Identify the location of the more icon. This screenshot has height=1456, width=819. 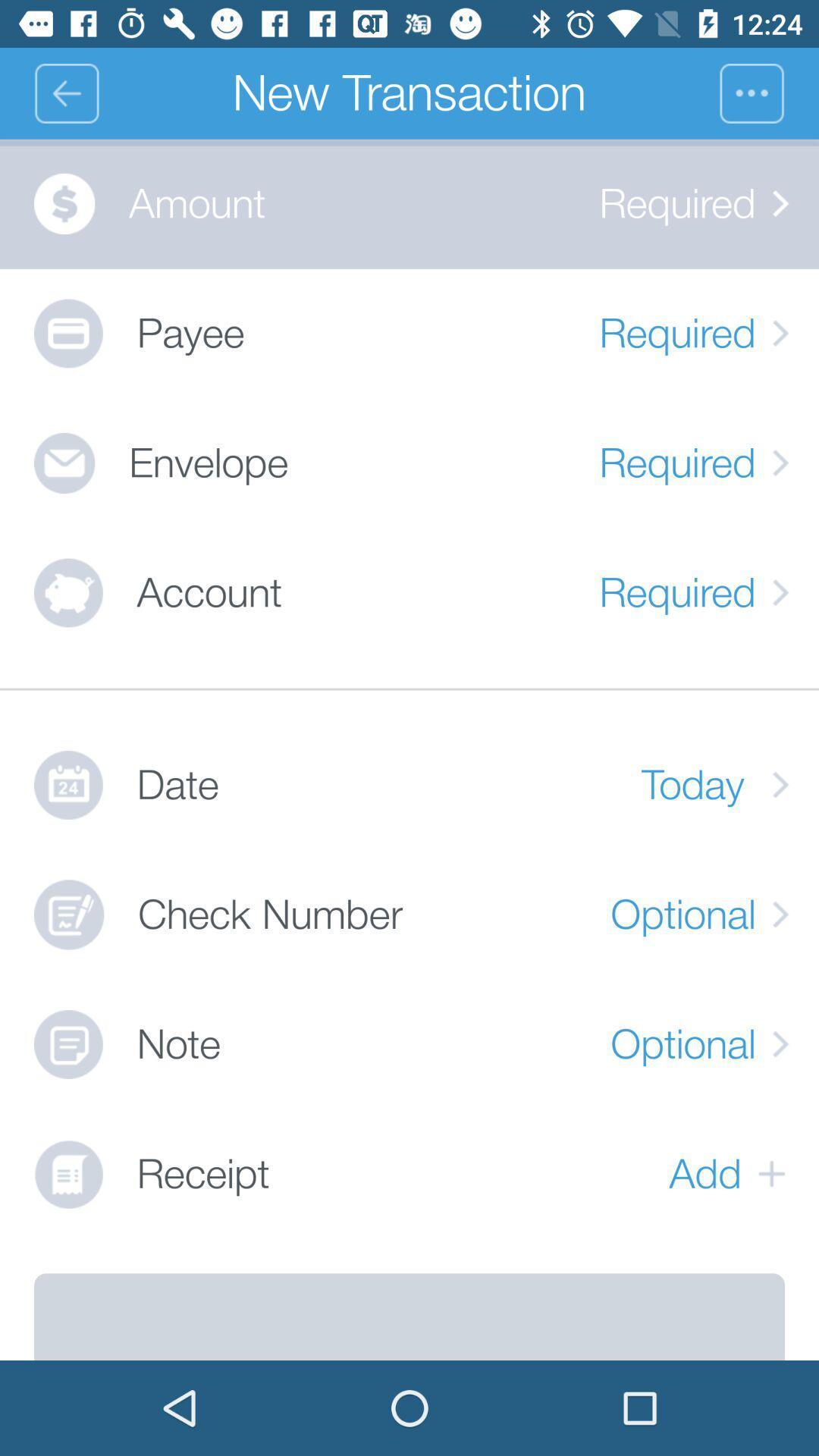
(769, 93).